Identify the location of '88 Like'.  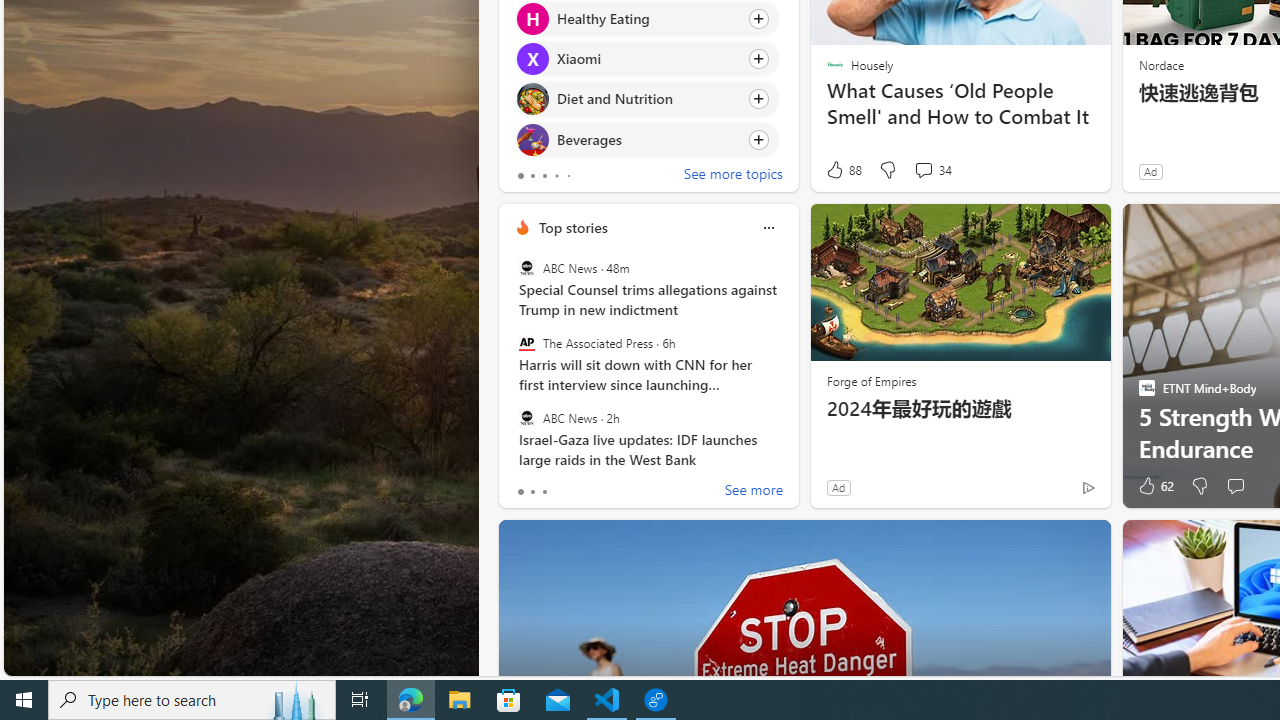
(843, 169).